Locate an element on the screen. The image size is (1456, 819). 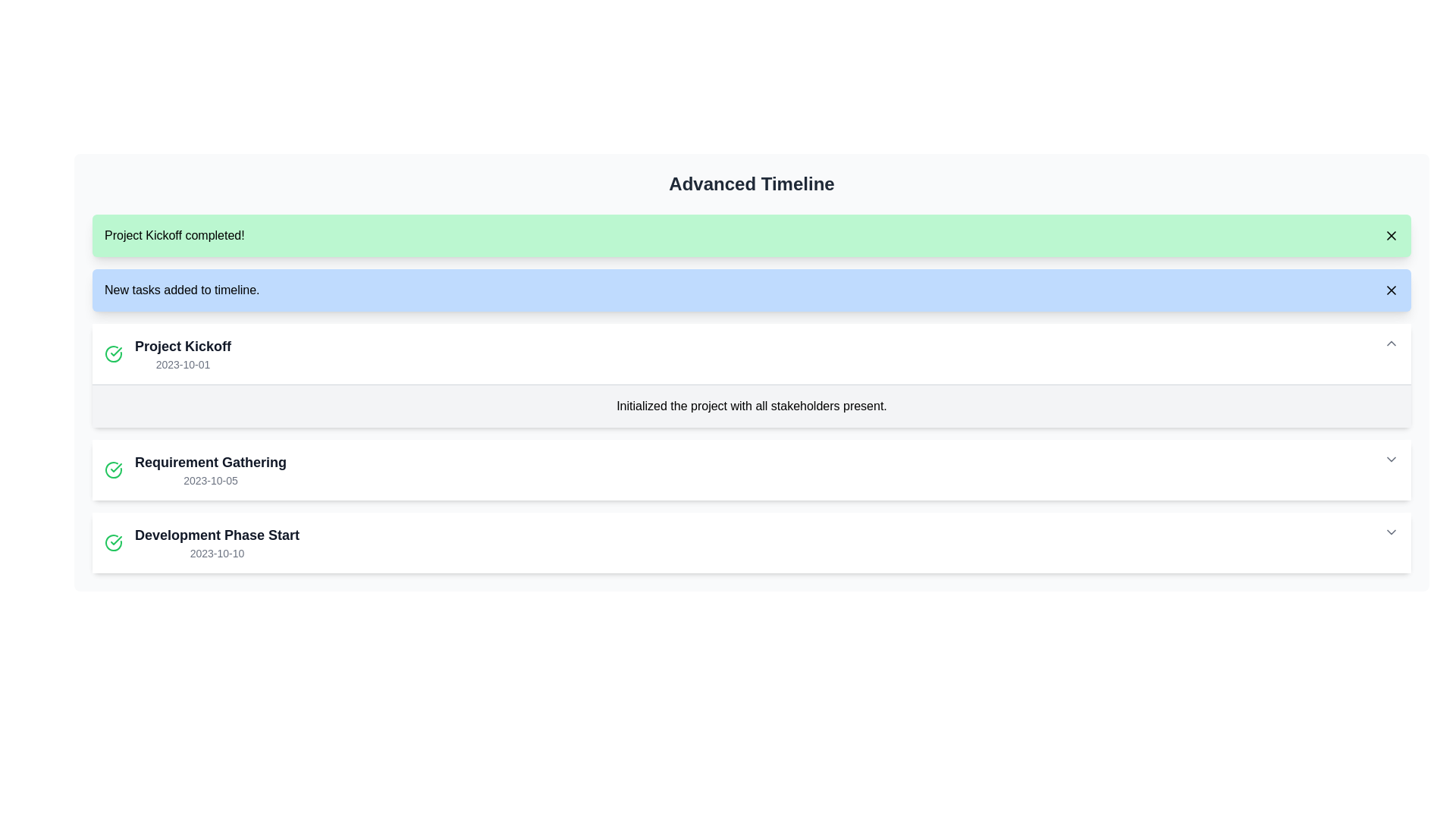
the upward-facing chevron icon located in the upper-right corner of the 'Project Kickoff' section header is located at coordinates (1391, 343).